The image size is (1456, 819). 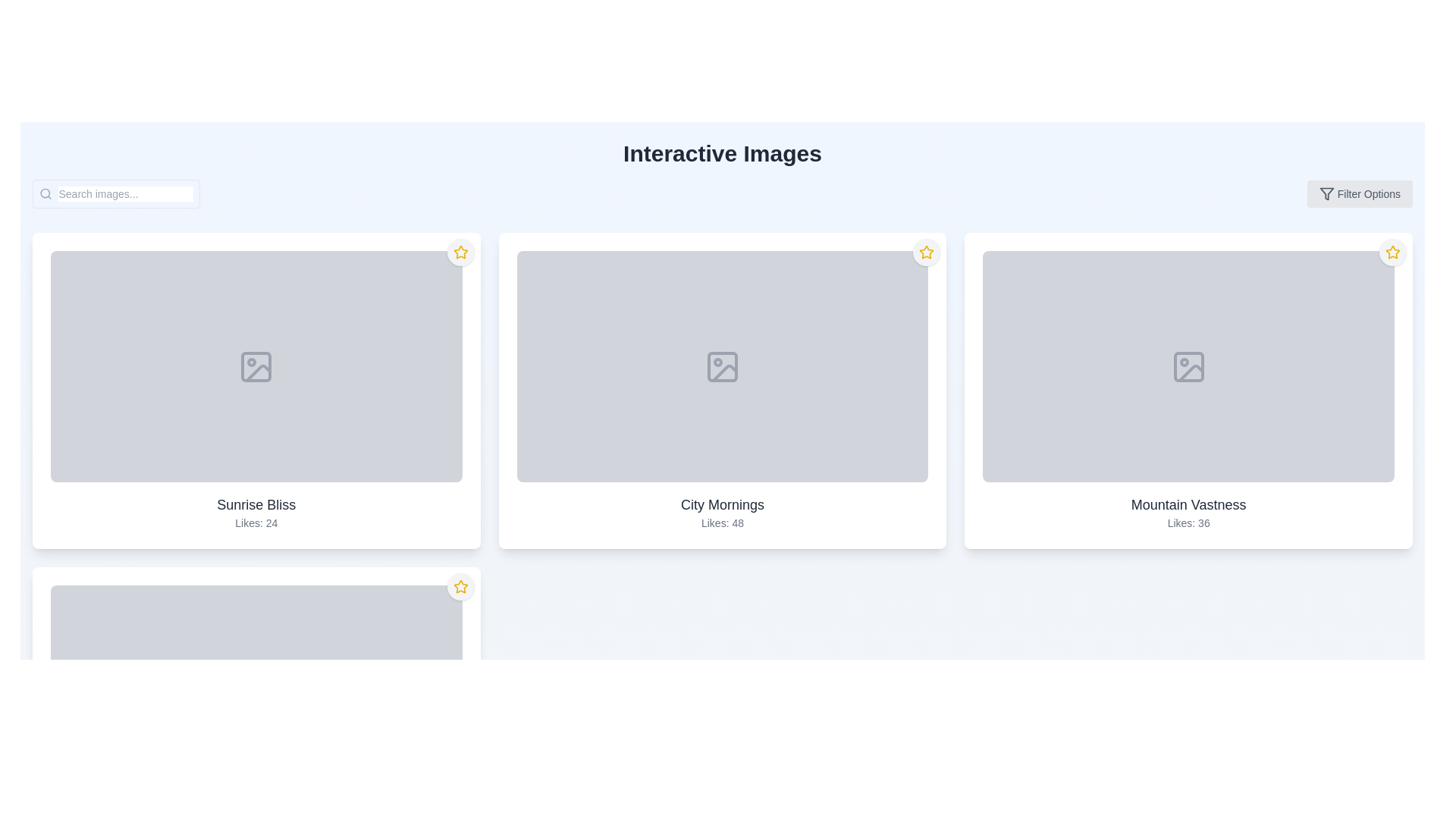 I want to click on the gray rectangular placeholder for media content located at the top of the 'City Mornings' card, which has an embossed symbol in the center, so click(x=721, y=366).